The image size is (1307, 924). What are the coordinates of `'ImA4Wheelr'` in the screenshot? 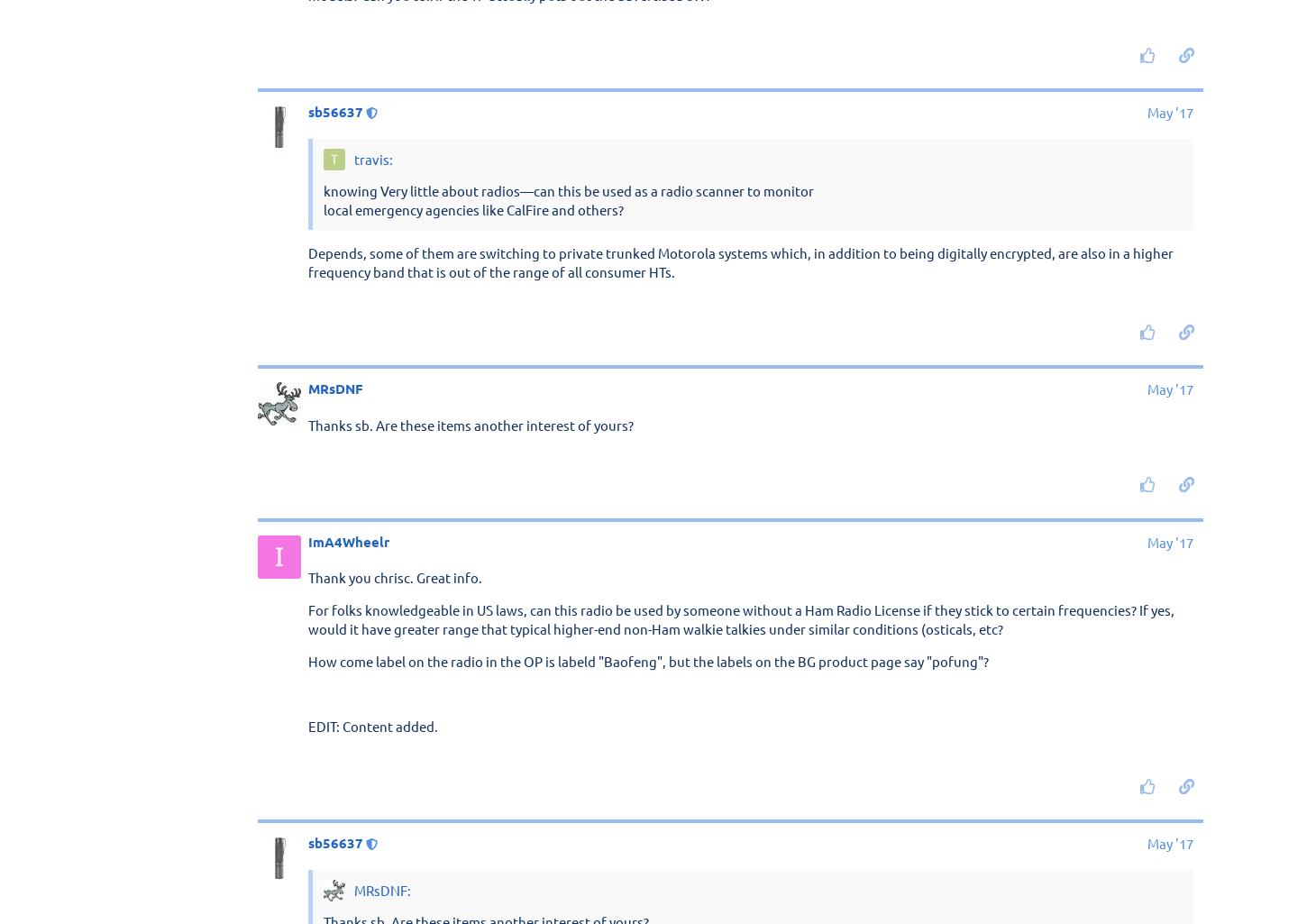 It's located at (348, 541).